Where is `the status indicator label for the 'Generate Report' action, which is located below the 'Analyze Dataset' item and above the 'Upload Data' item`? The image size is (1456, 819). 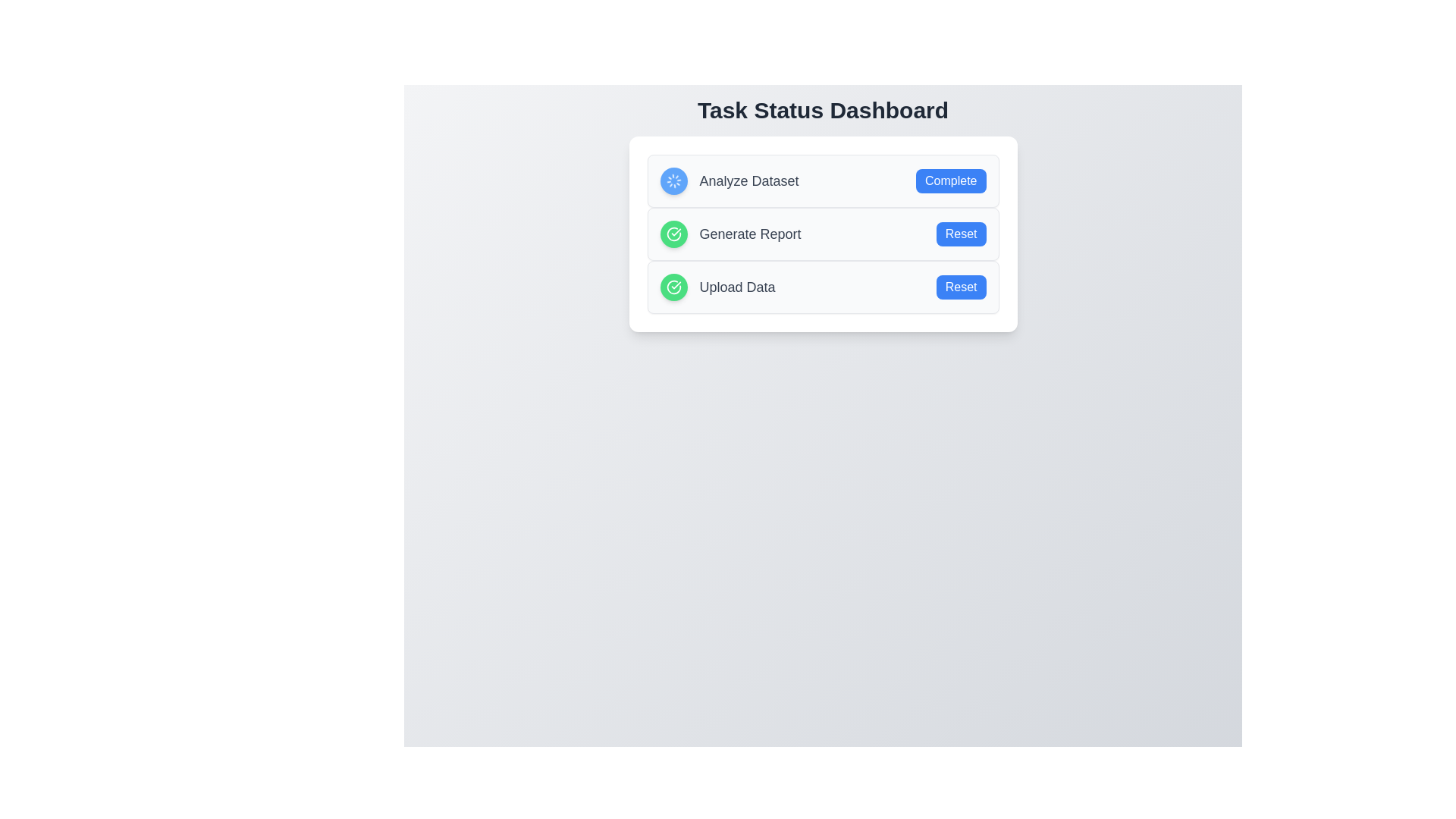
the status indicator label for the 'Generate Report' action, which is located below the 'Analyze Dataset' item and above the 'Upload Data' item is located at coordinates (730, 234).